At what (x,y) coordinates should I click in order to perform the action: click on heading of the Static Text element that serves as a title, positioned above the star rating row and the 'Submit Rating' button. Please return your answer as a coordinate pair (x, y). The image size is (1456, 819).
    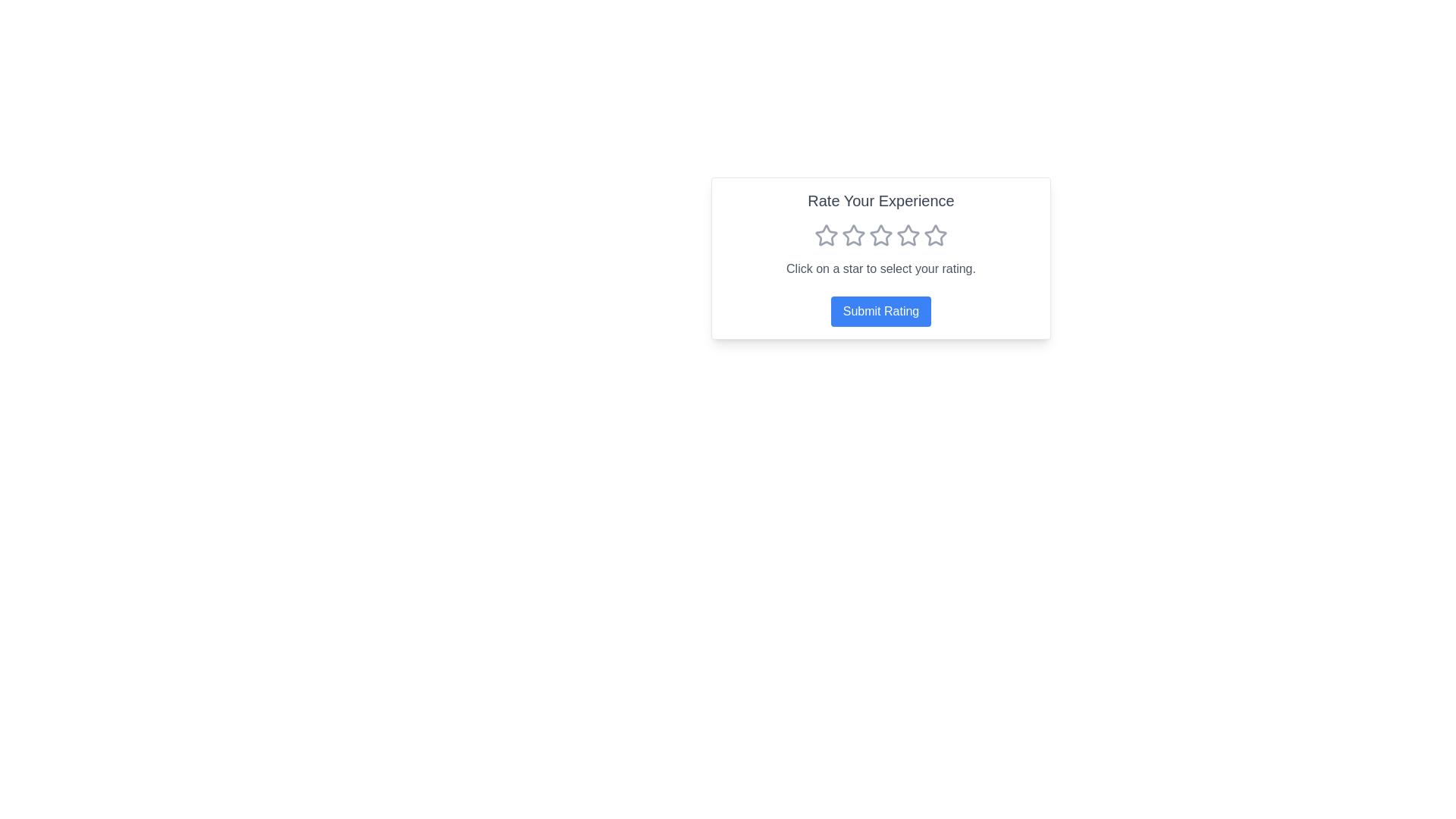
    Looking at the image, I should click on (880, 200).